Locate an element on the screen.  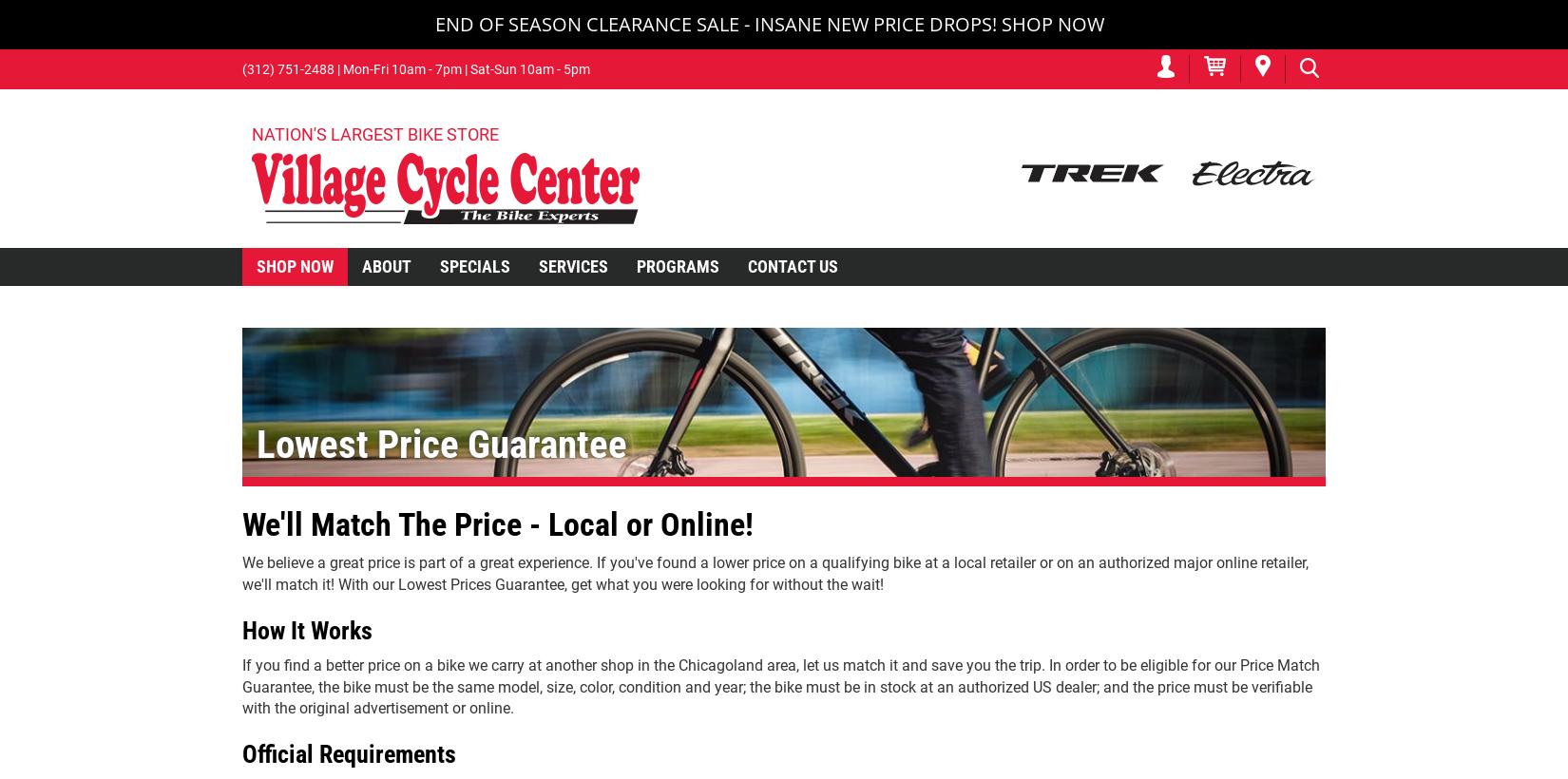
'Village Advantage' is located at coordinates (427, 306).